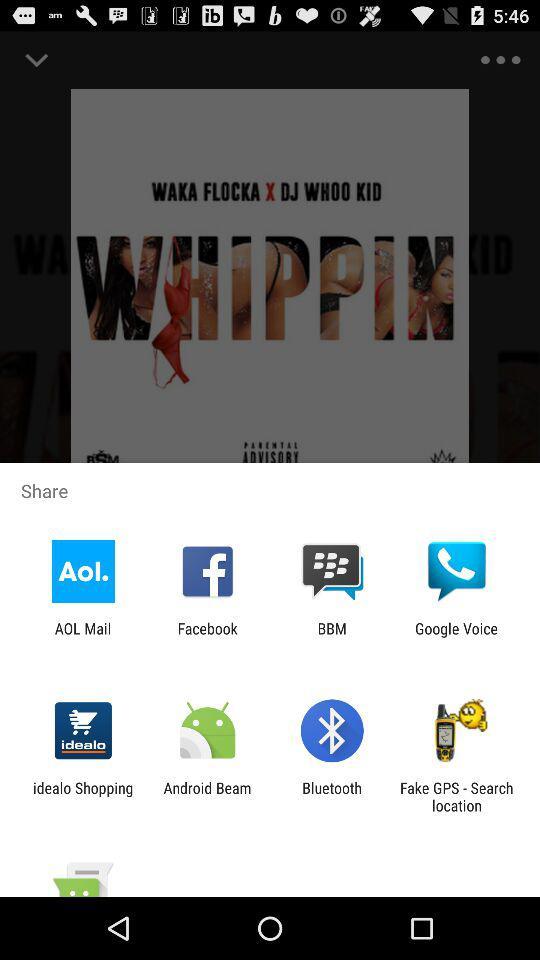 Image resolution: width=540 pixels, height=960 pixels. What do you see at coordinates (332, 636) in the screenshot?
I see `the icon to the right of the facebook` at bounding box center [332, 636].